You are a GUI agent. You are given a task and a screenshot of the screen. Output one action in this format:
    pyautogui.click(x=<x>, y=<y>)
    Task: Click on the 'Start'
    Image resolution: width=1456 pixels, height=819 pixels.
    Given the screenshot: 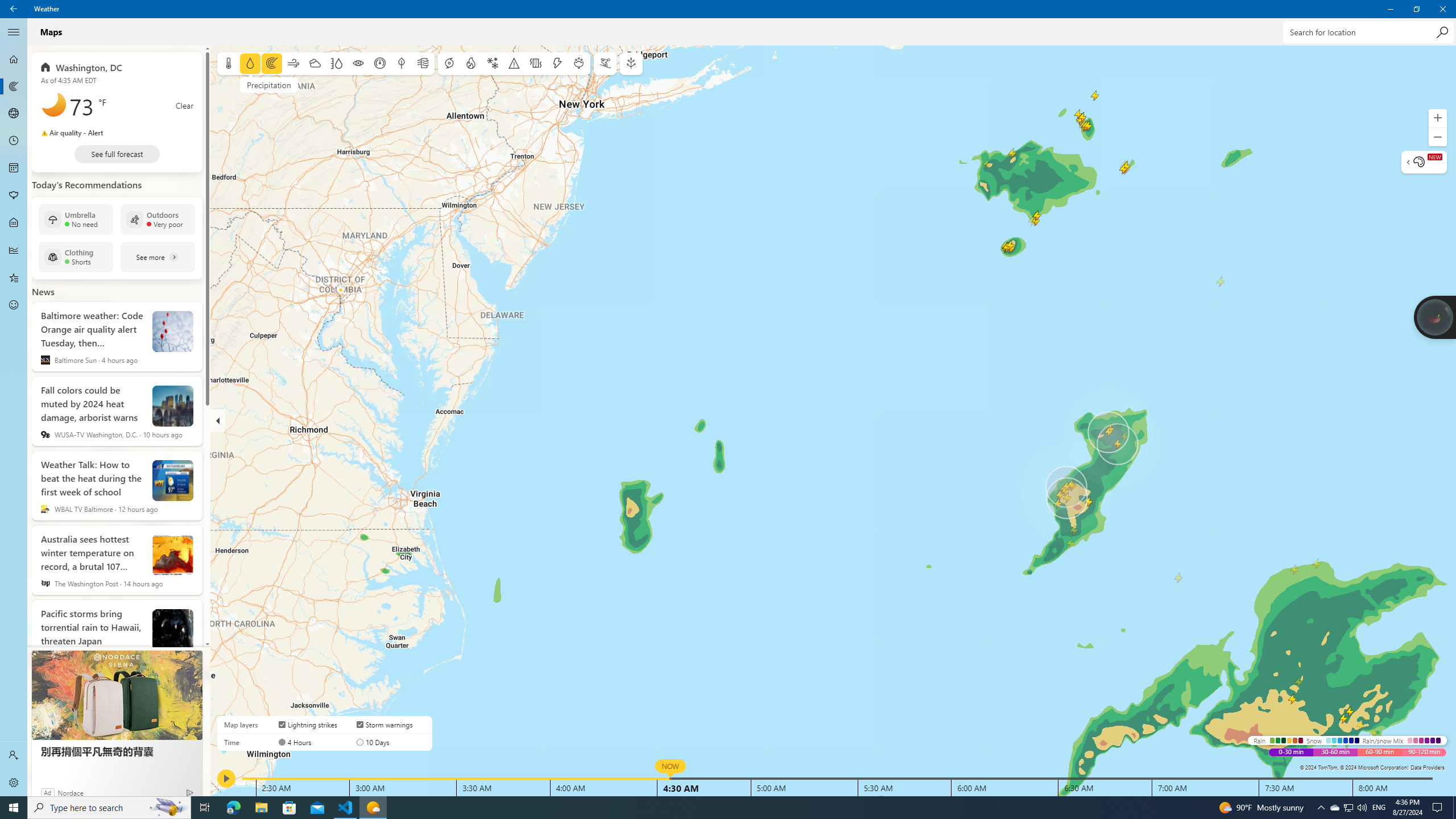 What is the action you would take?
    pyautogui.click(x=14, y=806)
    